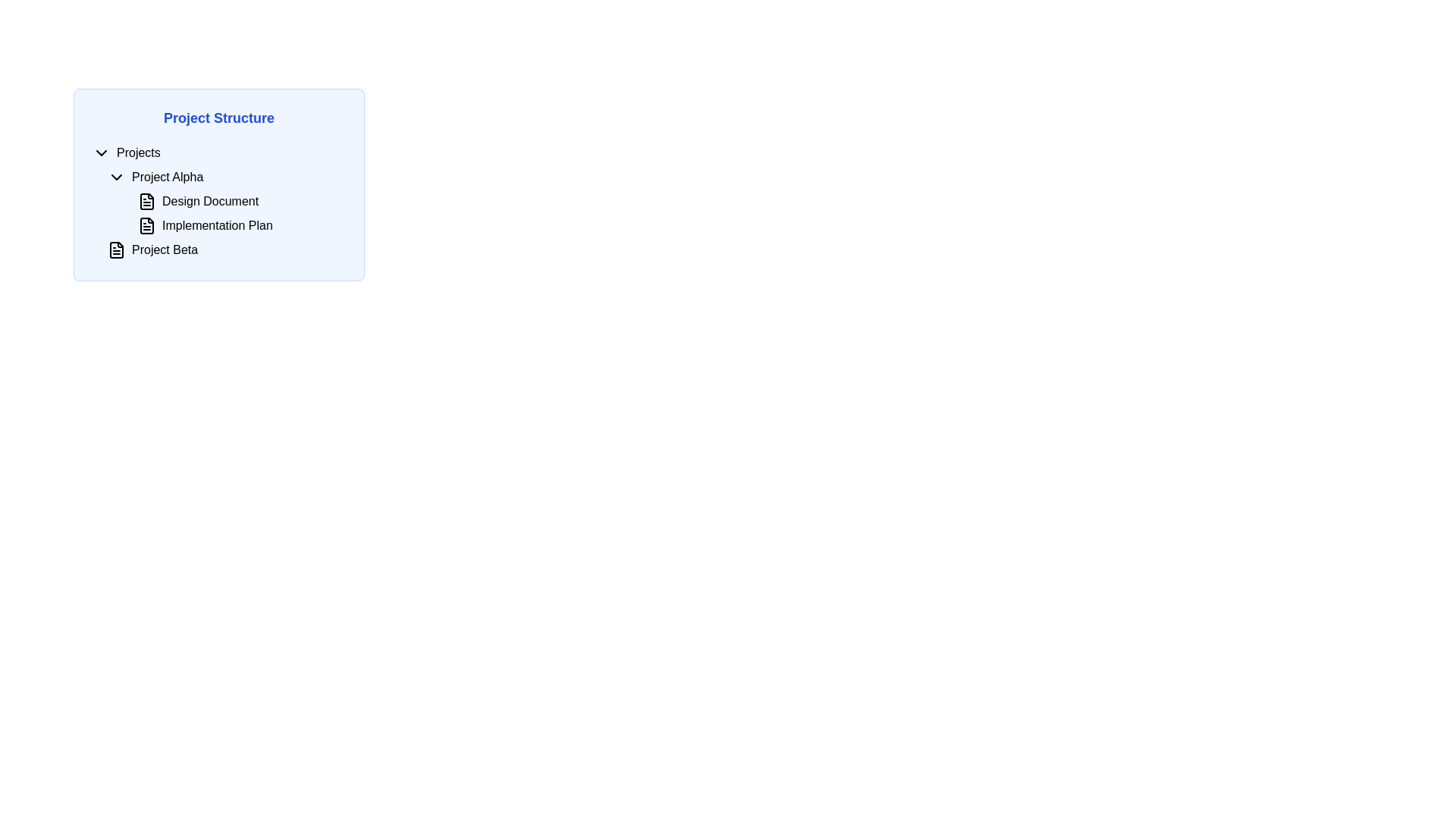  What do you see at coordinates (225, 201) in the screenshot?
I see `the 'Design Document' label located under the 'Project Alpha' section` at bounding box center [225, 201].